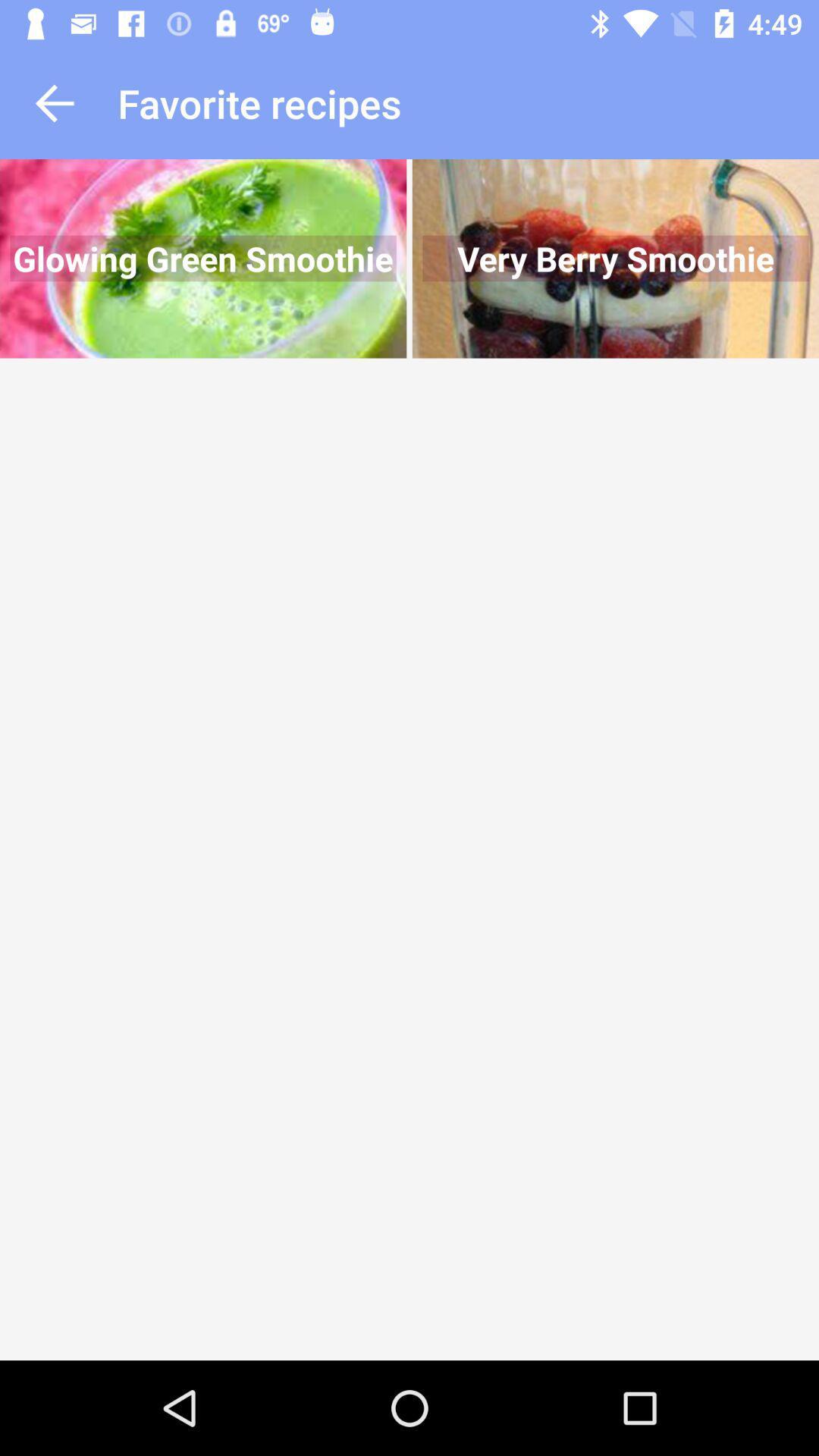  Describe the element at coordinates (54, 102) in the screenshot. I see `go back` at that location.